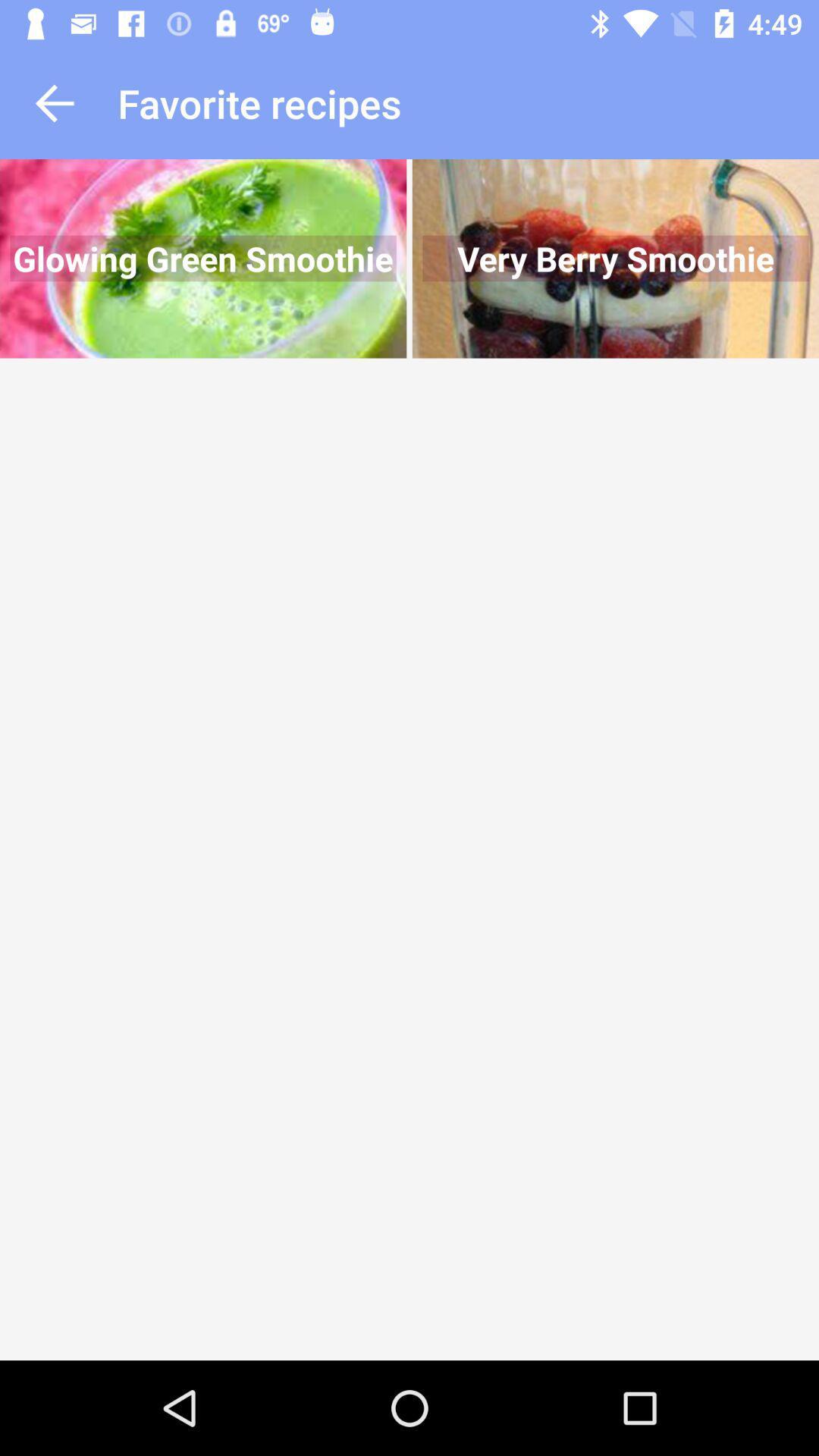  Describe the element at coordinates (54, 102) in the screenshot. I see `go back` at that location.